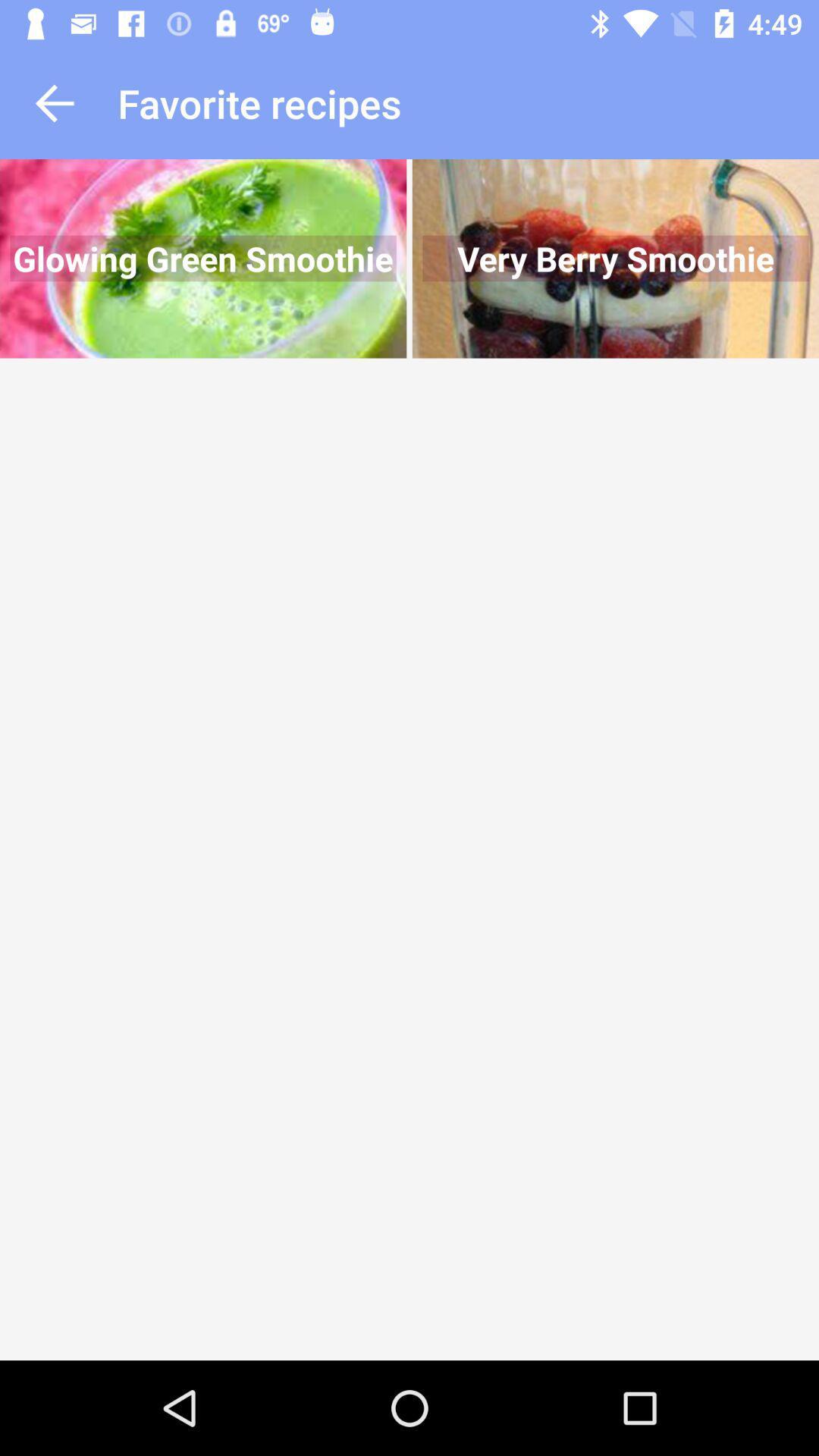  Describe the element at coordinates (54, 102) in the screenshot. I see `go back` at that location.